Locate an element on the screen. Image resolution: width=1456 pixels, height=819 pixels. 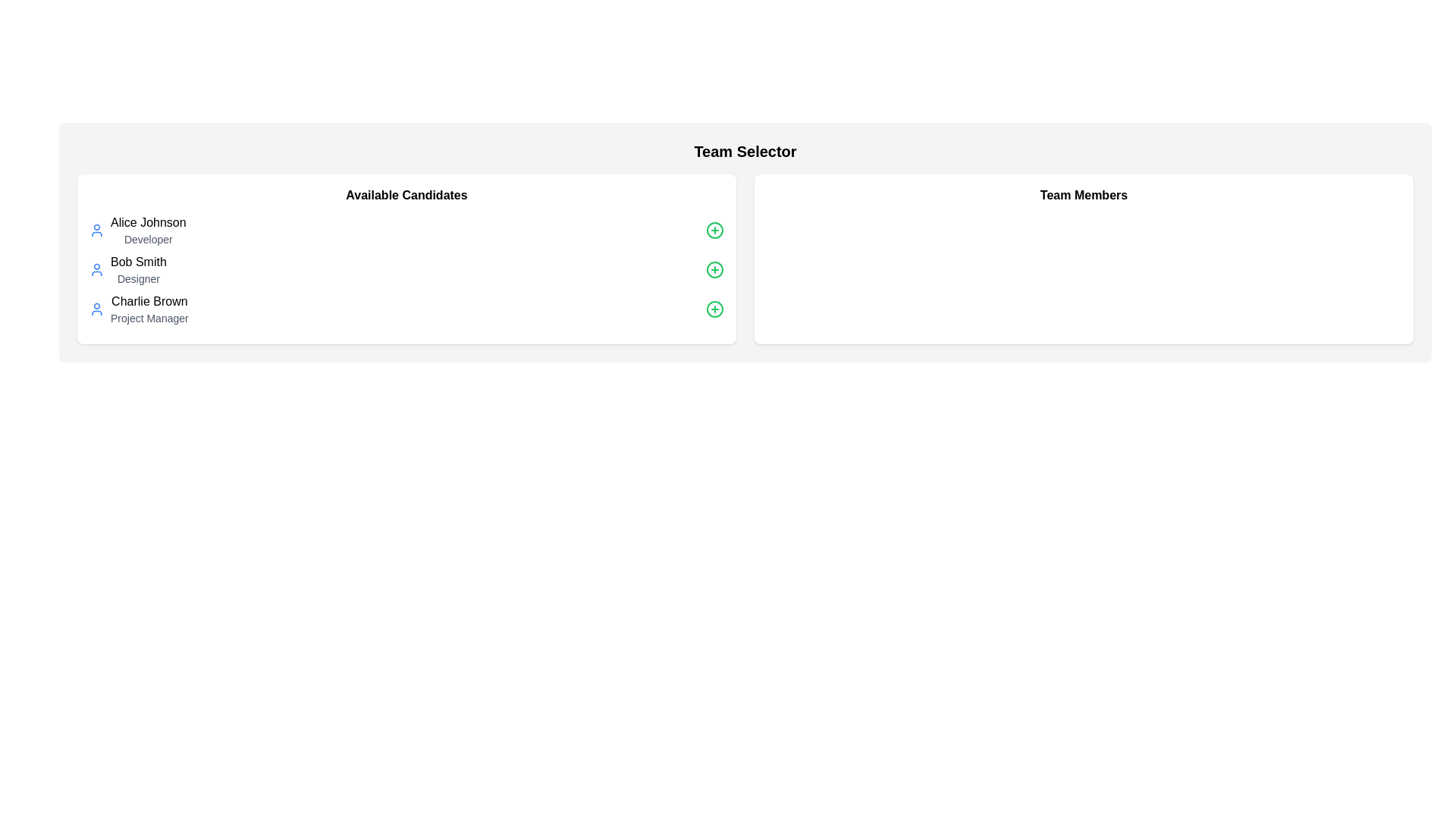
the green circular icon button with a plus sign located in the top-right corner of the 'Available Candidates' section next to 'Alice Johnson' is located at coordinates (714, 231).